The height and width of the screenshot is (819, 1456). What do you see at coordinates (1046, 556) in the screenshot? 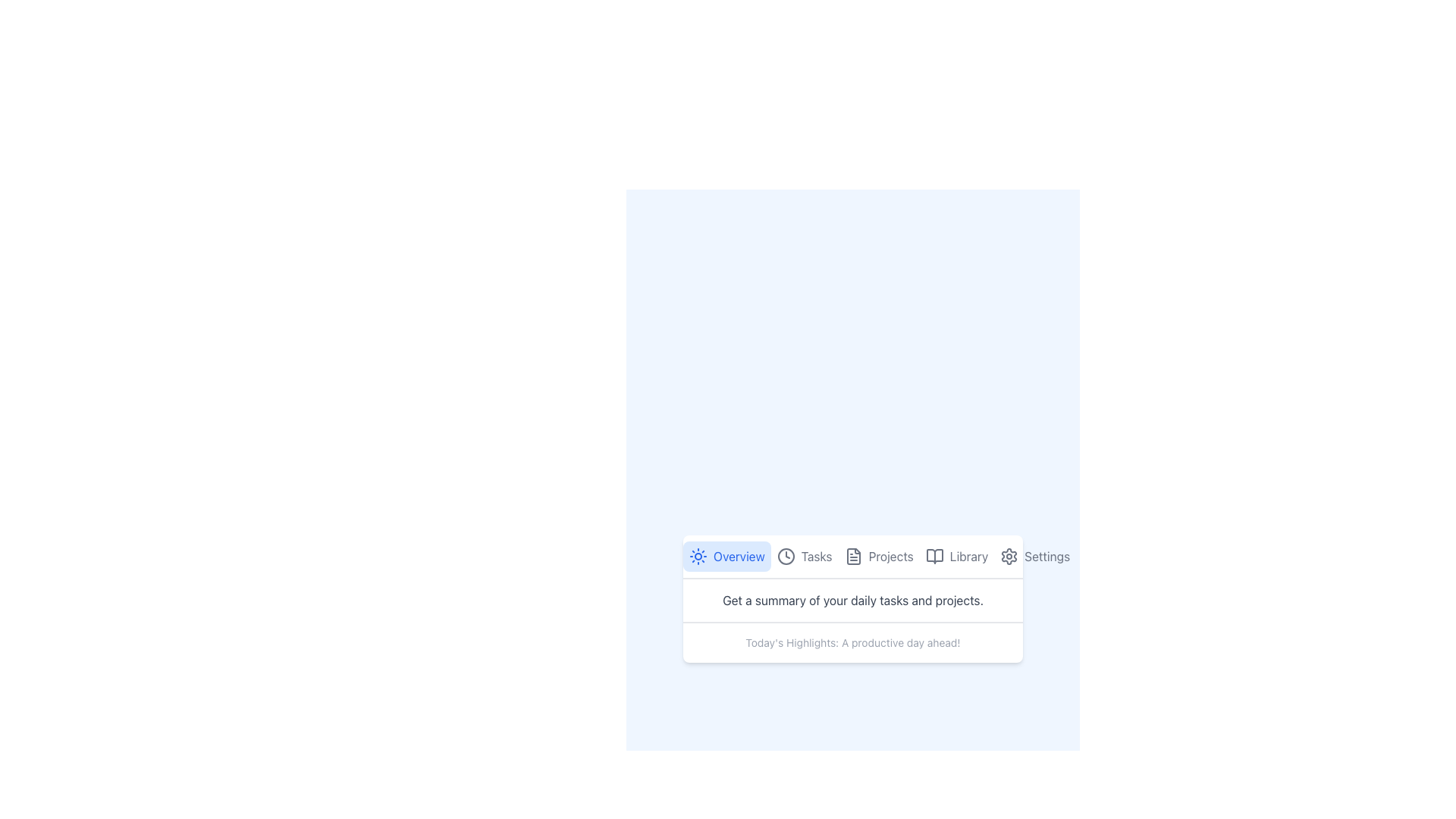
I see `the 'Settings' text label` at bounding box center [1046, 556].